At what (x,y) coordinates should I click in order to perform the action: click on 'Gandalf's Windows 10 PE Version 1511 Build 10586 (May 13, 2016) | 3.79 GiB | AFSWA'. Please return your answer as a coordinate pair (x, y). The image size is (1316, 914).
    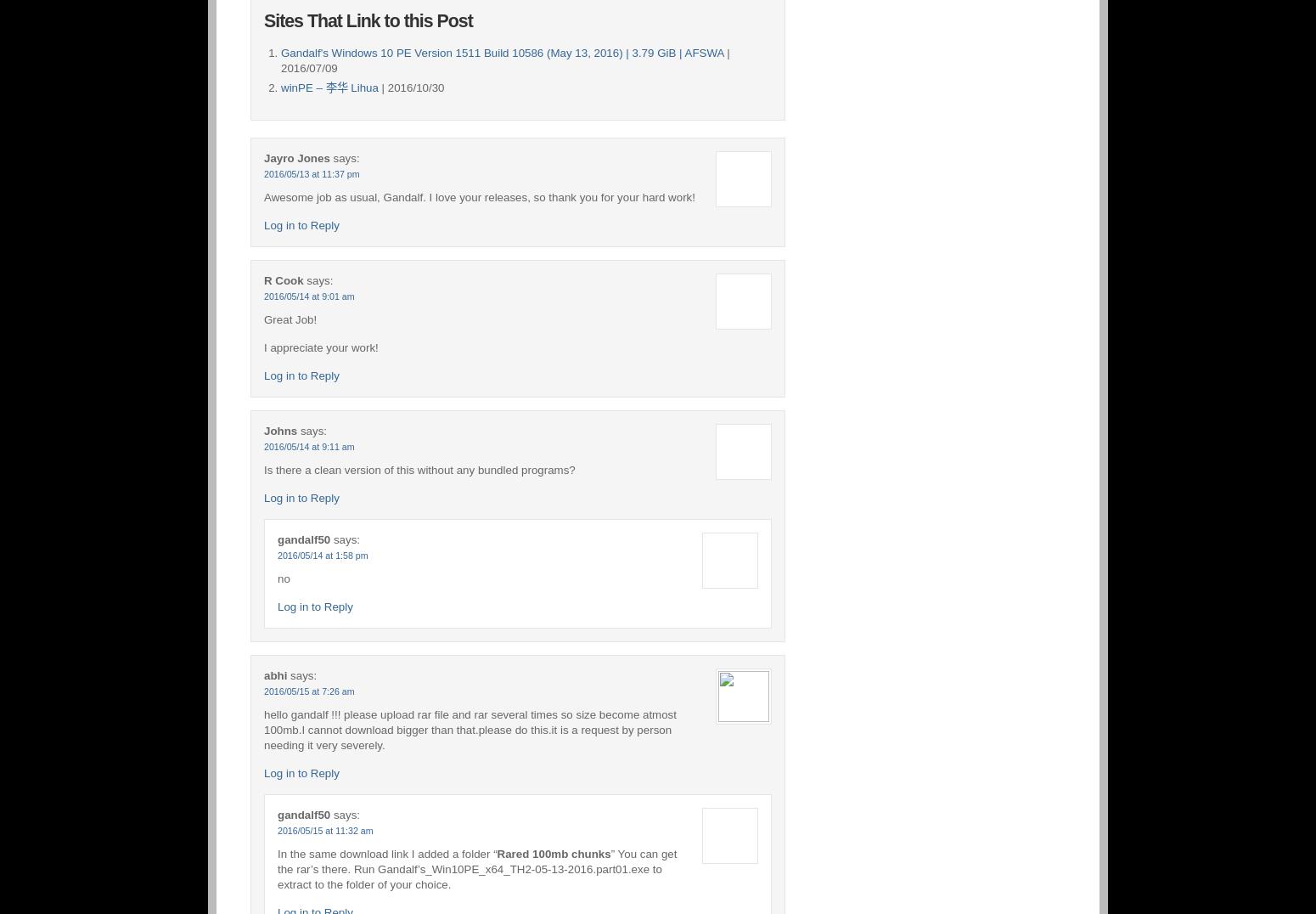
    Looking at the image, I should click on (502, 52).